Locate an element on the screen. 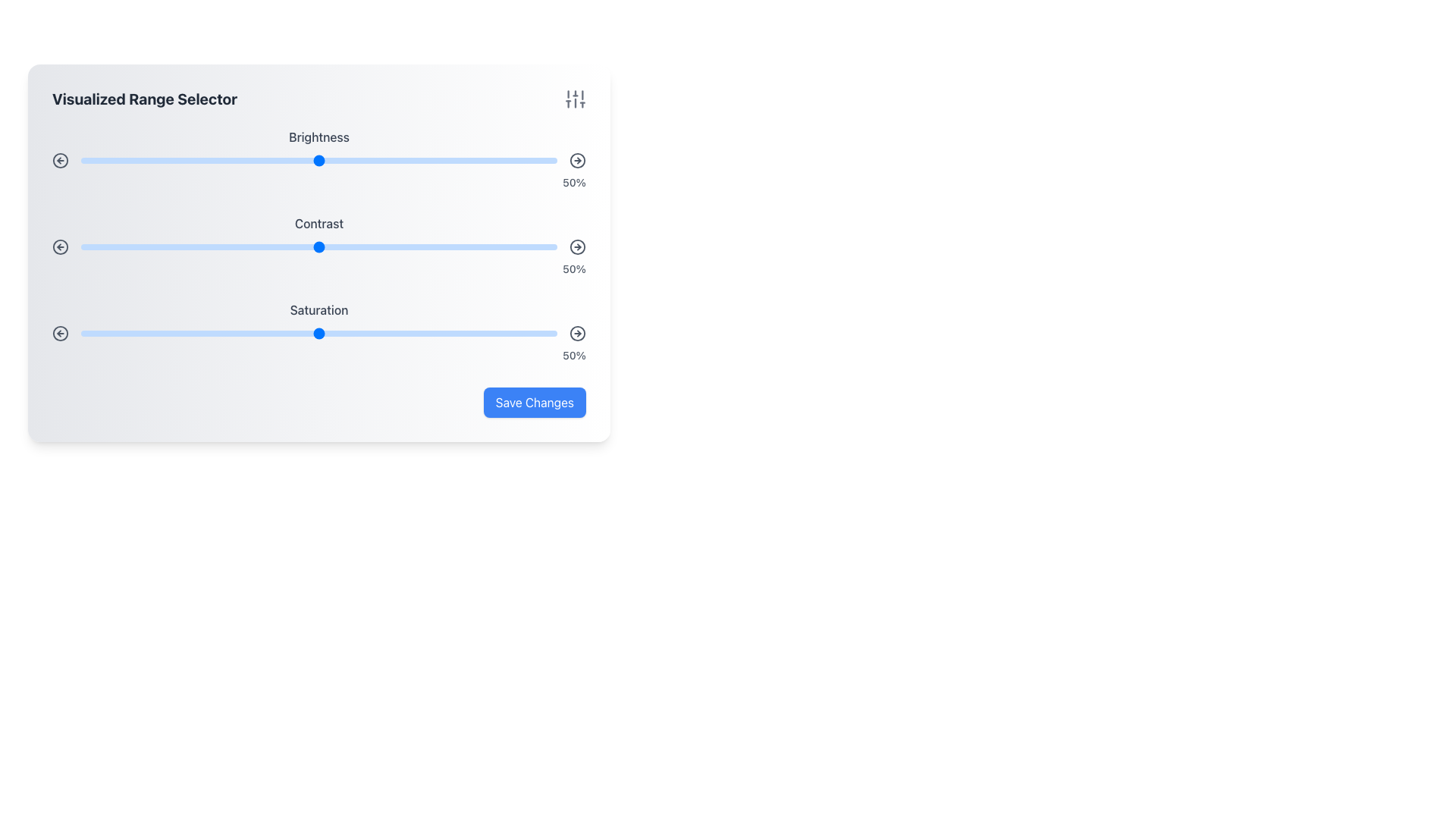 The height and width of the screenshot is (819, 1456). contrast is located at coordinates (290, 246).